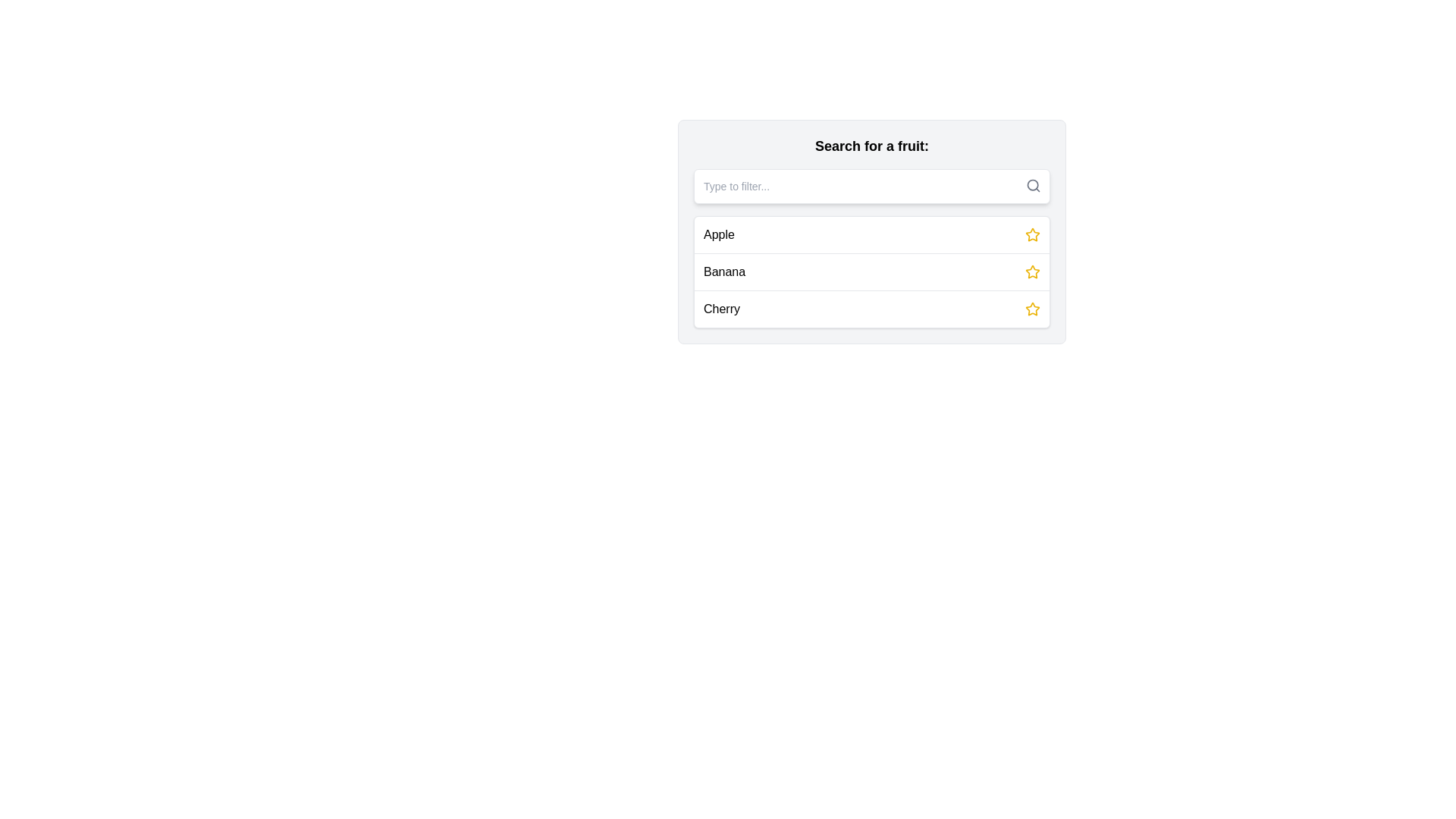 The height and width of the screenshot is (819, 1456). I want to click on the second star icon located to the right of the 'Banana' label, so click(1031, 271).